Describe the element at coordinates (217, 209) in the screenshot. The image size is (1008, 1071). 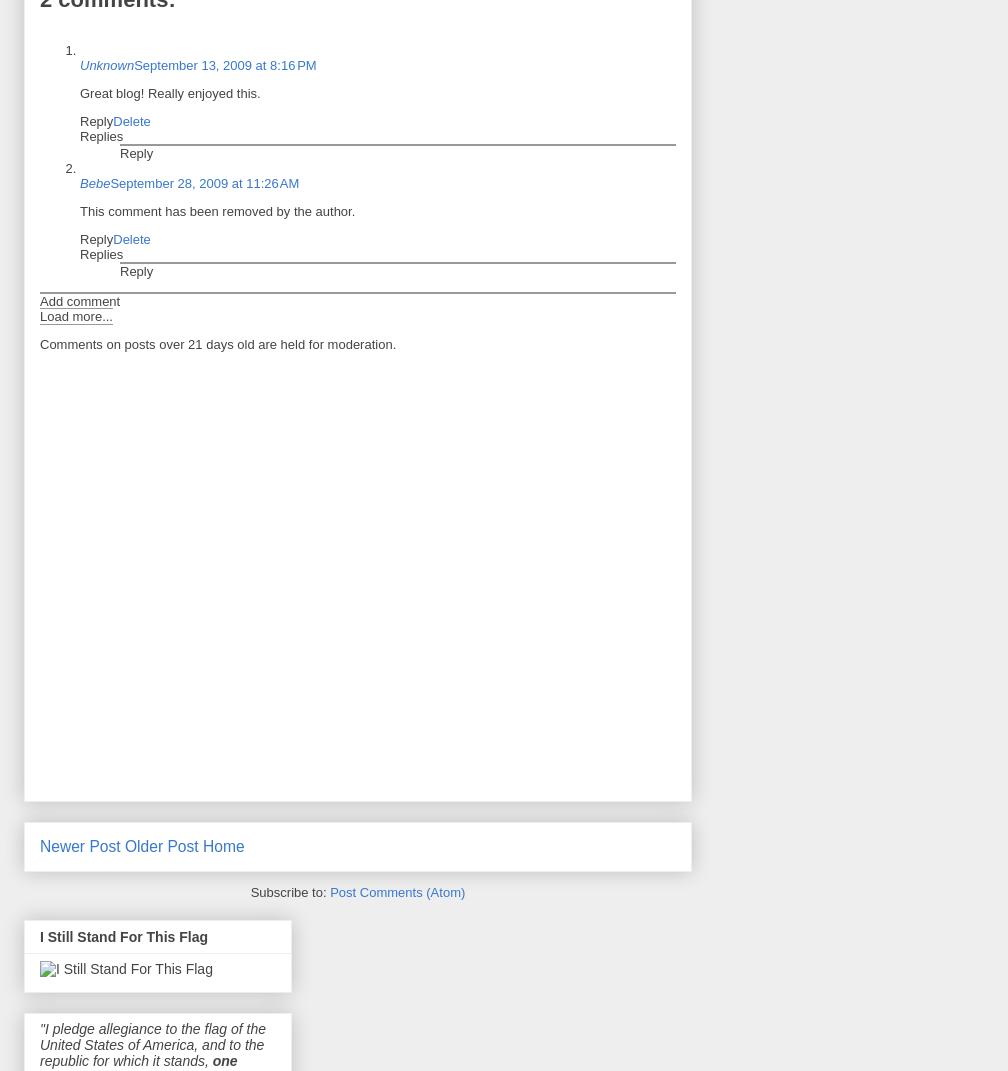
I see `'This comment has been removed by the author.'` at that location.